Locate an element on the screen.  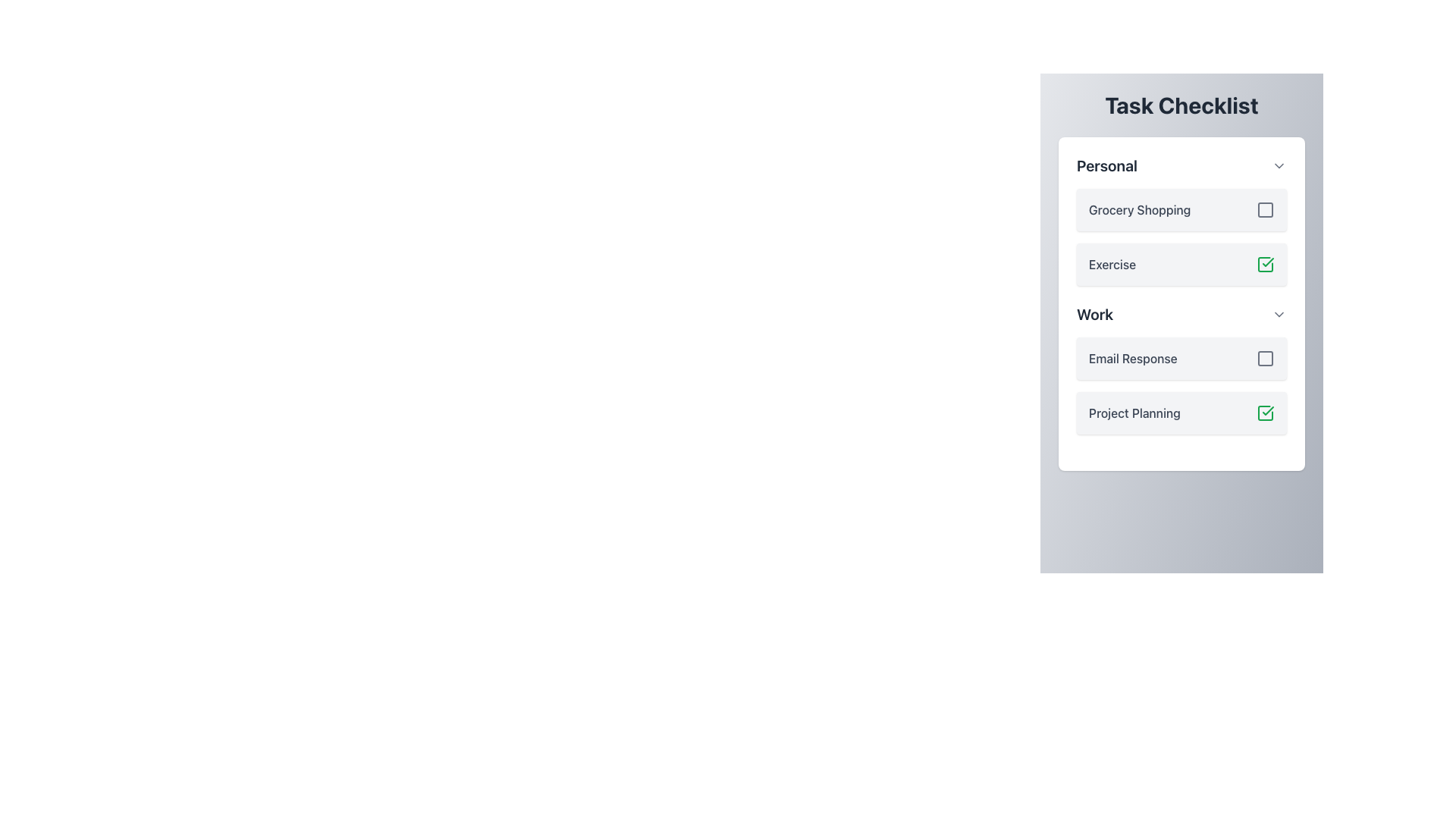
the checkbox next to 'Exercise' in the 'Personal' checklist section to deselect it is located at coordinates (1181, 220).